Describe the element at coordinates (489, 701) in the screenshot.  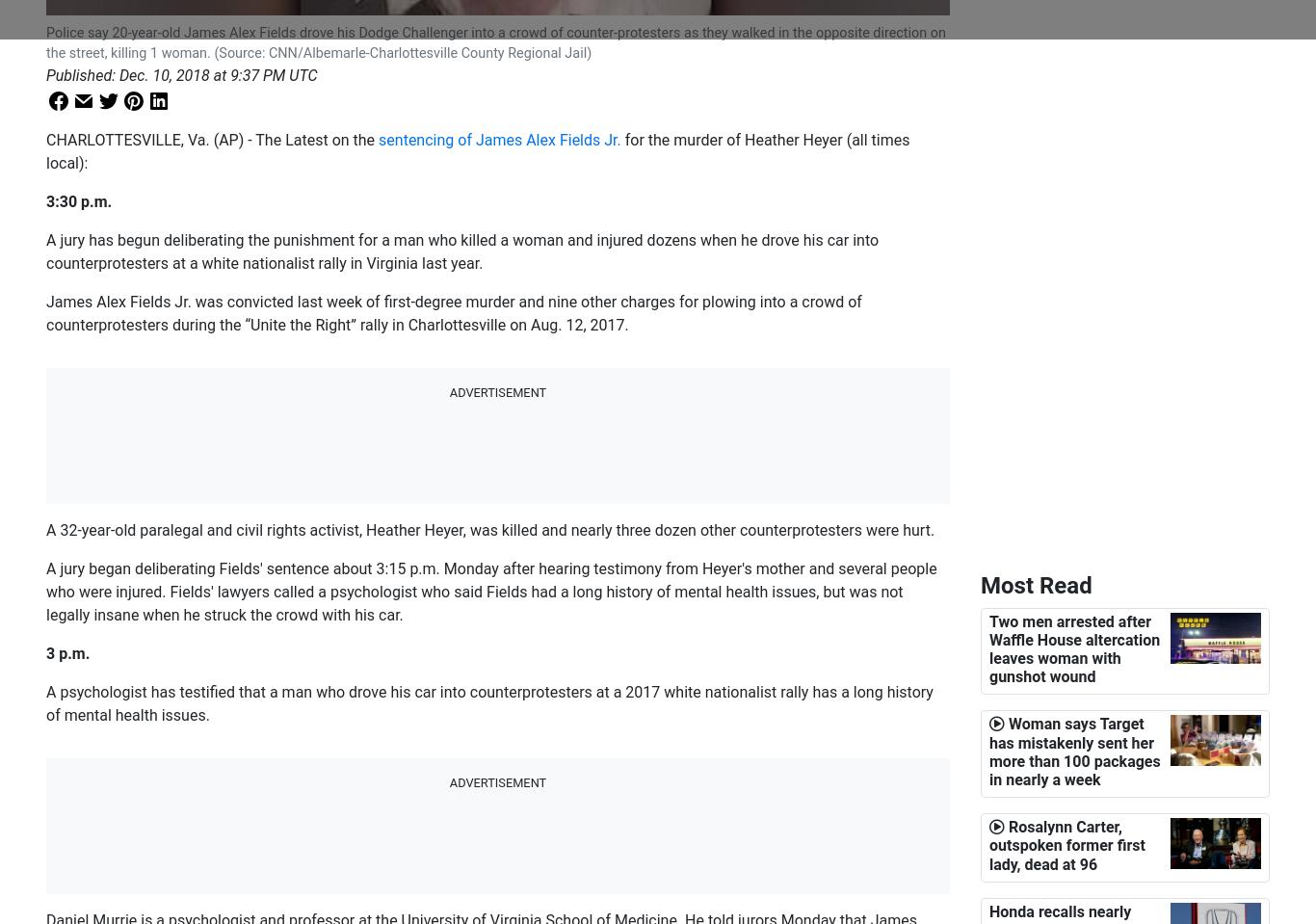
I see `'A psychologist has testified that a man who drove his car into counterprotesters at a 2017 white nationalist rally has a long history of mental health issues.'` at that location.